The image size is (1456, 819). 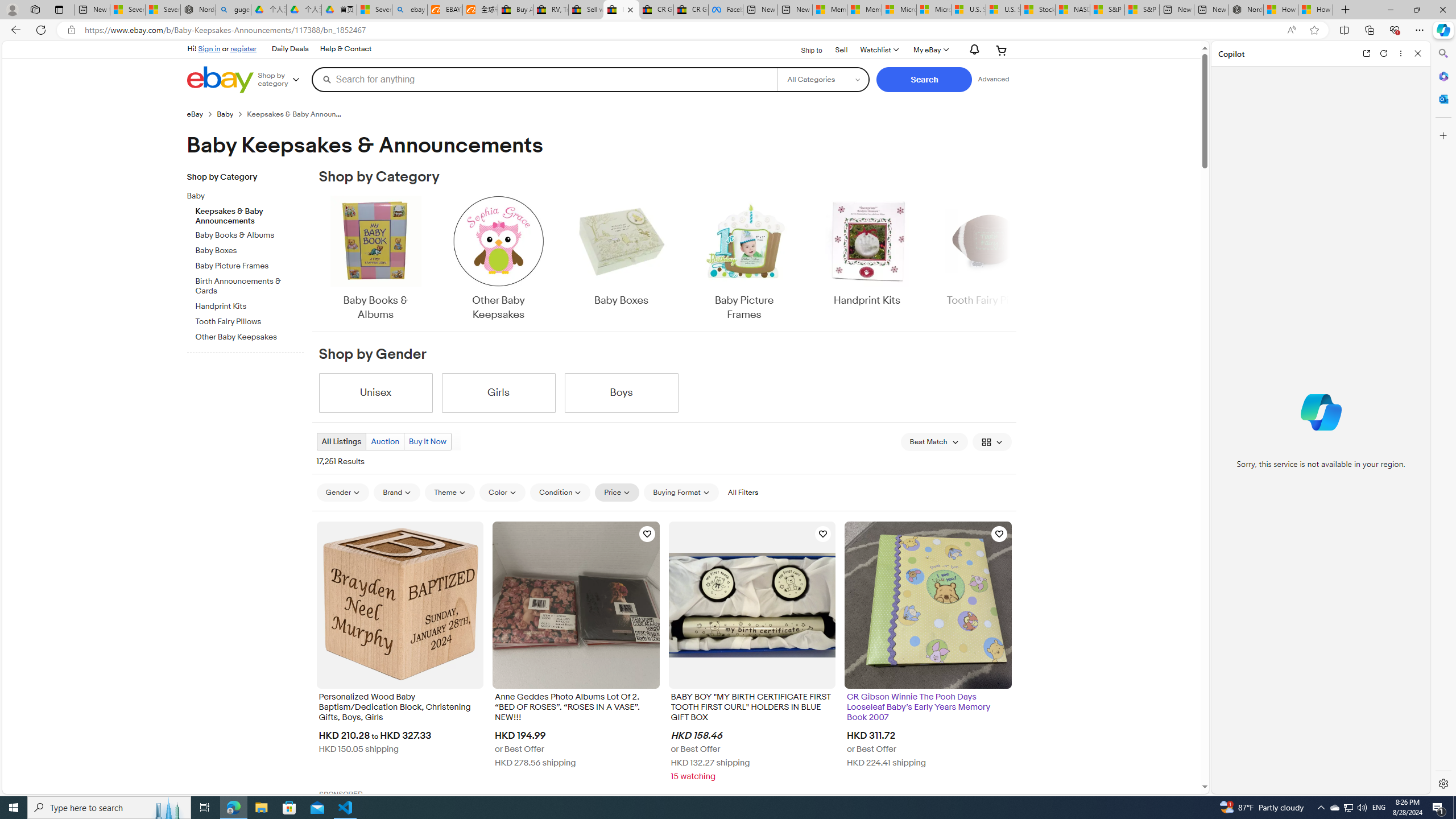 I want to click on 'Theme', so click(x=450, y=492).